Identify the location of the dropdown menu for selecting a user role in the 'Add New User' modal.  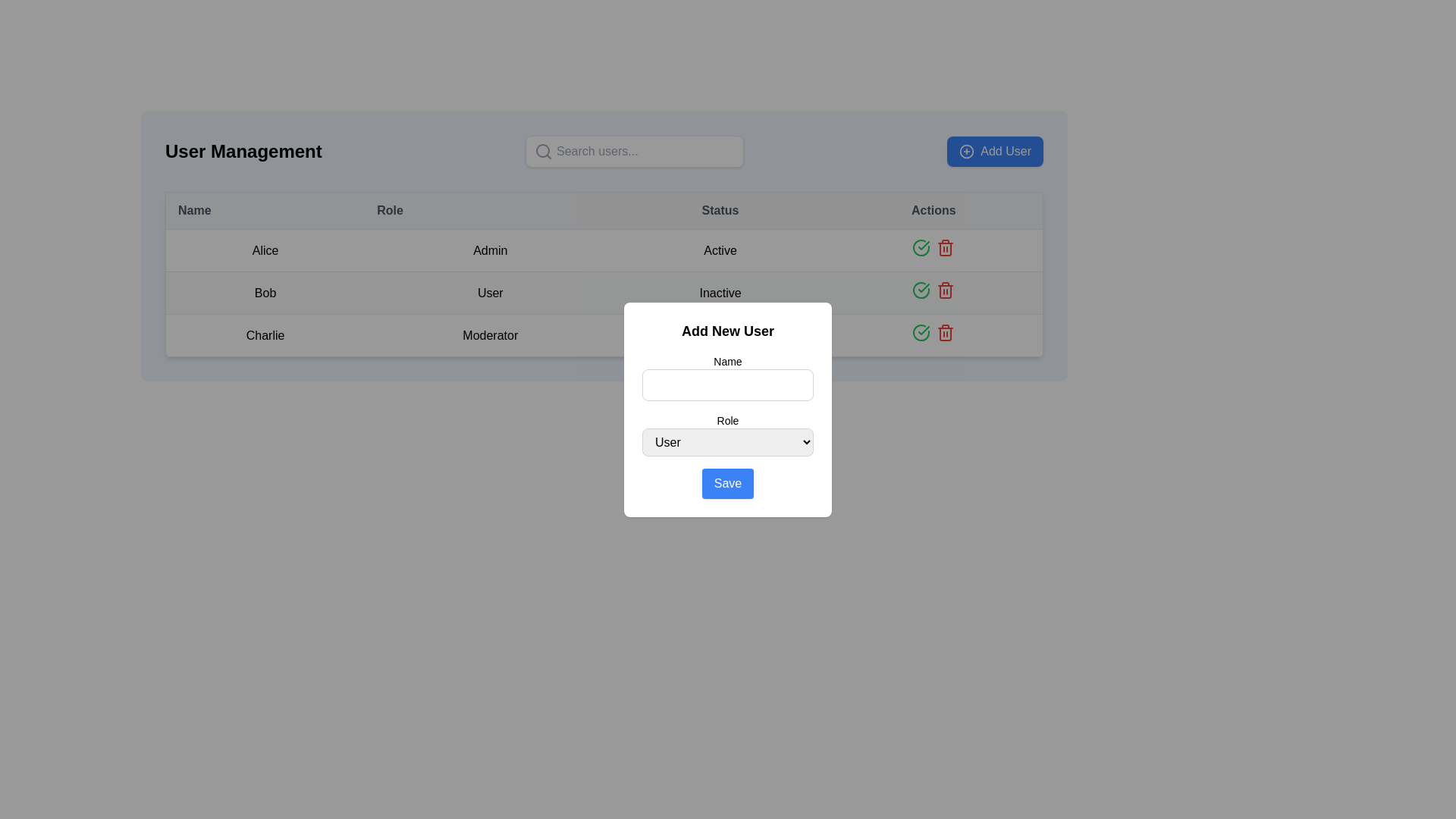
(728, 441).